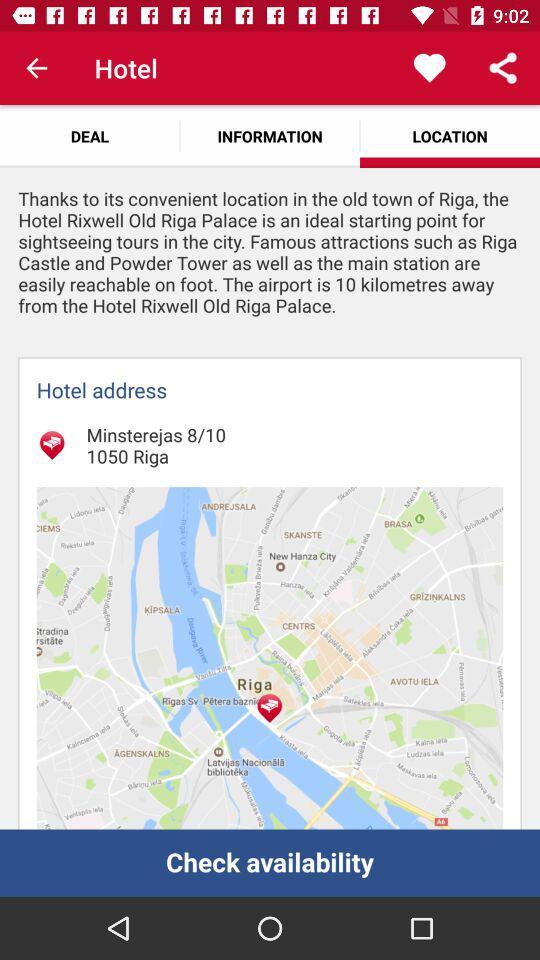 Image resolution: width=540 pixels, height=960 pixels. What do you see at coordinates (270, 862) in the screenshot?
I see `check availability item` at bounding box center [270, 862].